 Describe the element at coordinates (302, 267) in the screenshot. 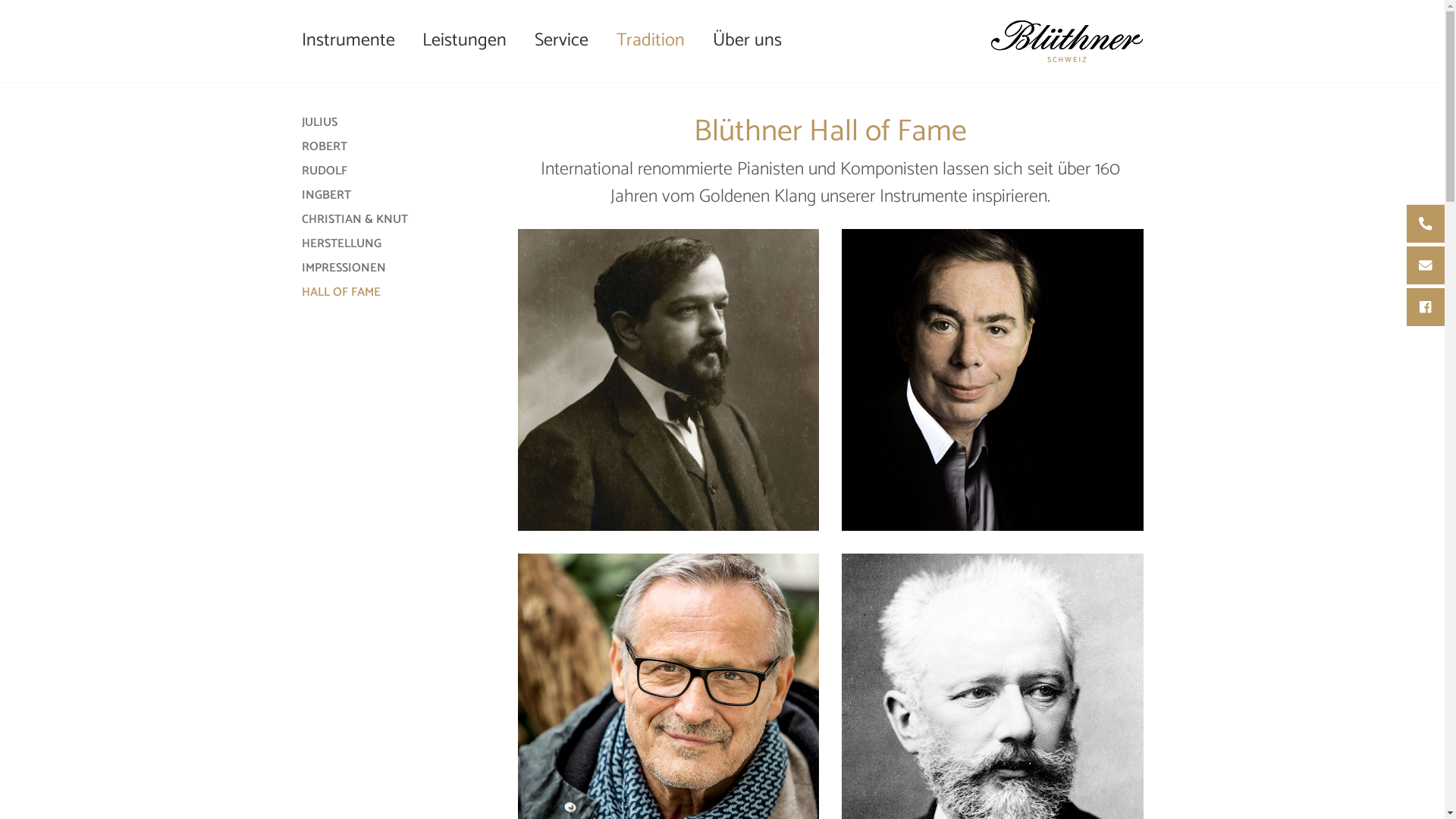

I see `'IMPRESSIONEN'` at that location.